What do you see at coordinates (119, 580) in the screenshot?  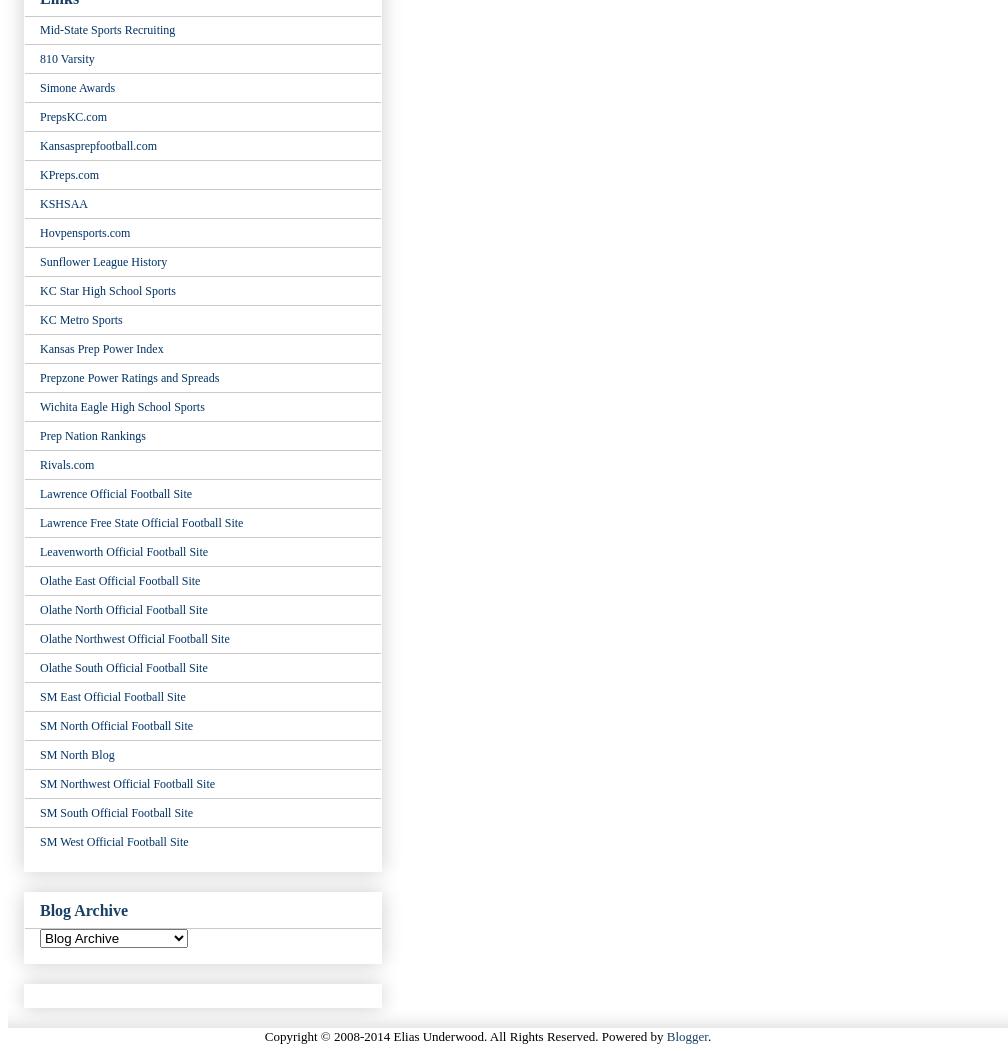 I see `'Olathe East Official Football Site'` at bounding box center [119, 580].